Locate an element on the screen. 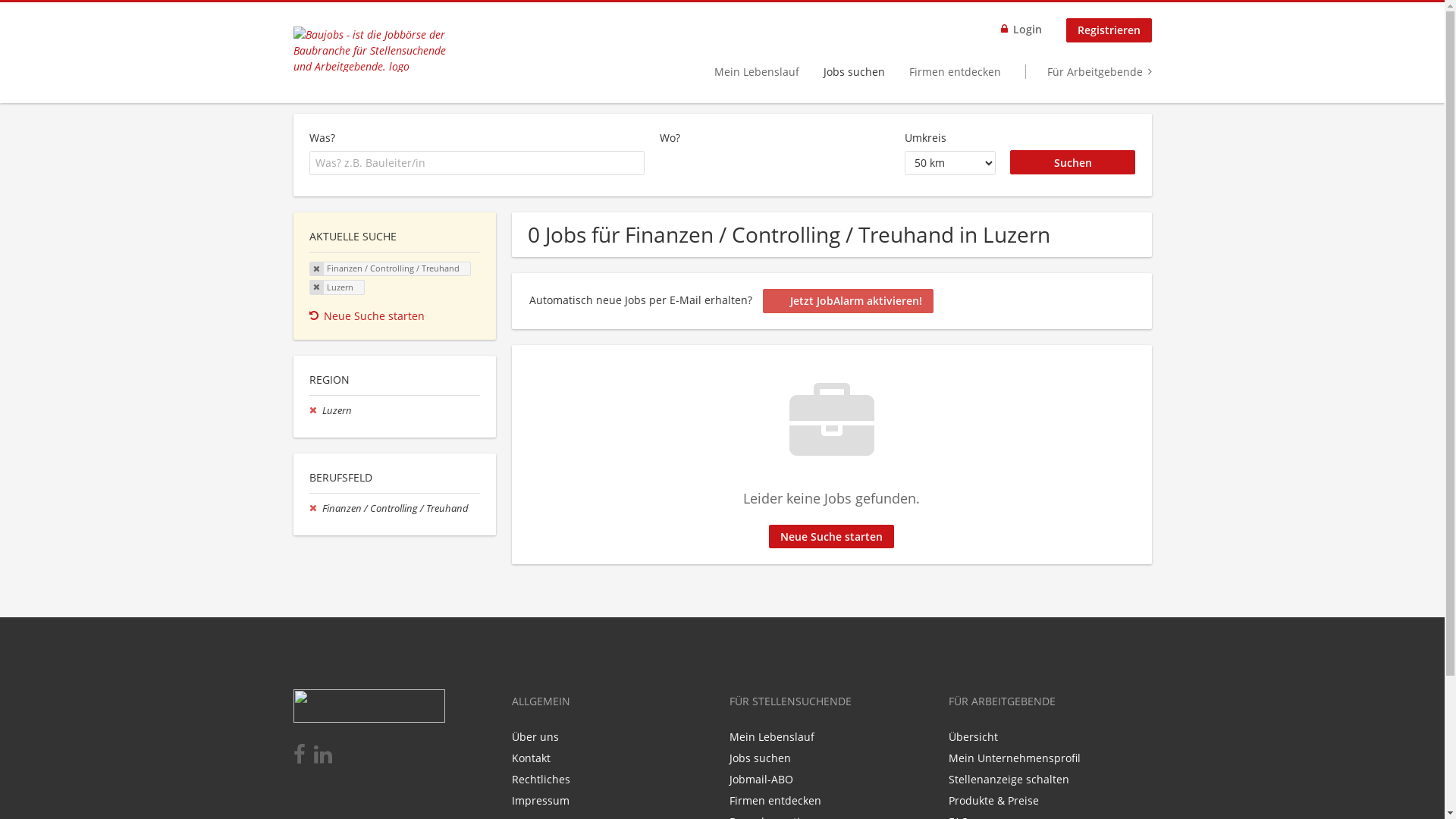 This screenshot has width=1456, height=819. 'Firmen entdecken' is located at coordinates (775, 799).